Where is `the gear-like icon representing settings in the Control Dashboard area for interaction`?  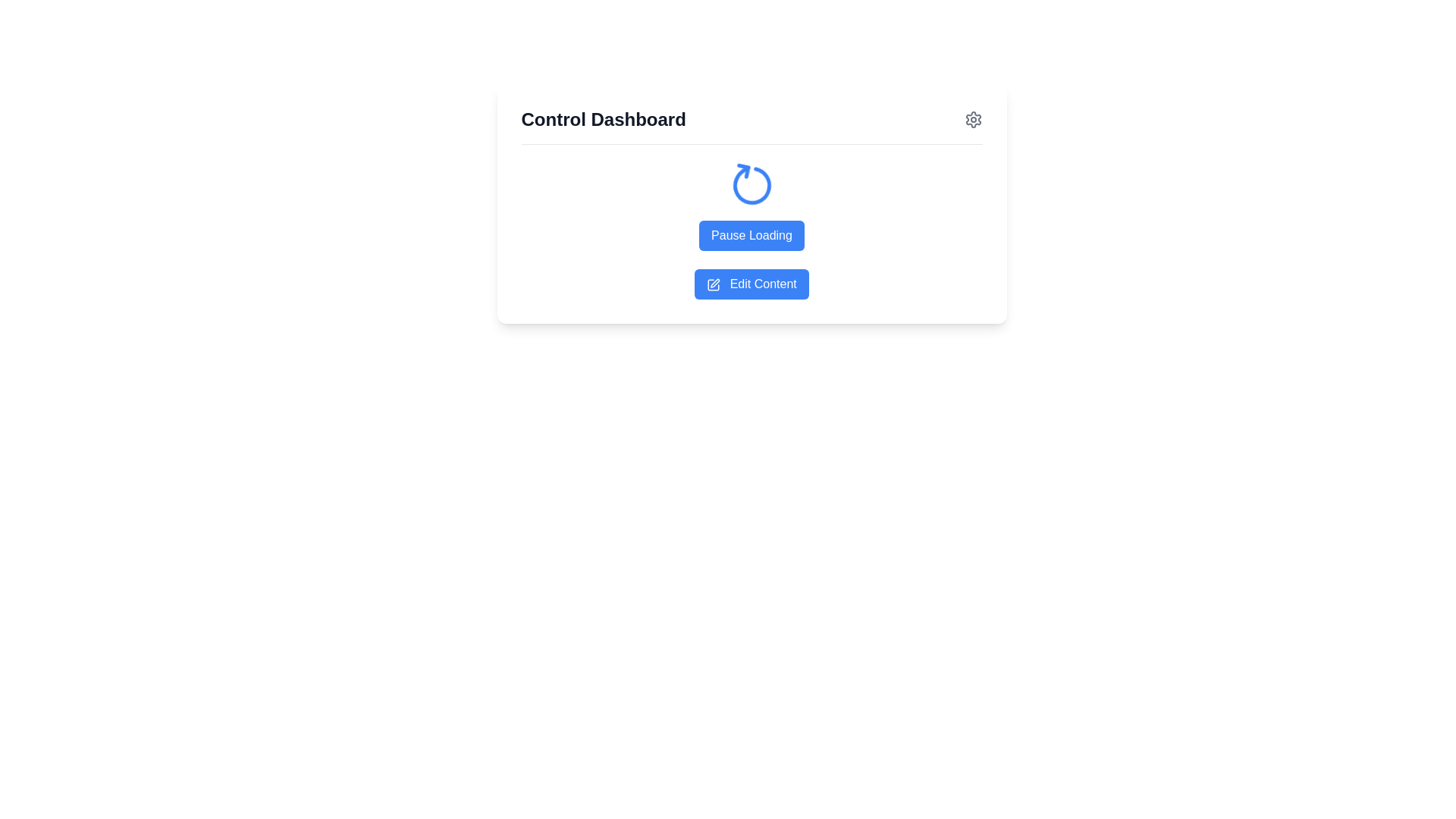
the gear-like icon representing settings in the Control Dashboard area for interaction is located at coordinates (973, 119).